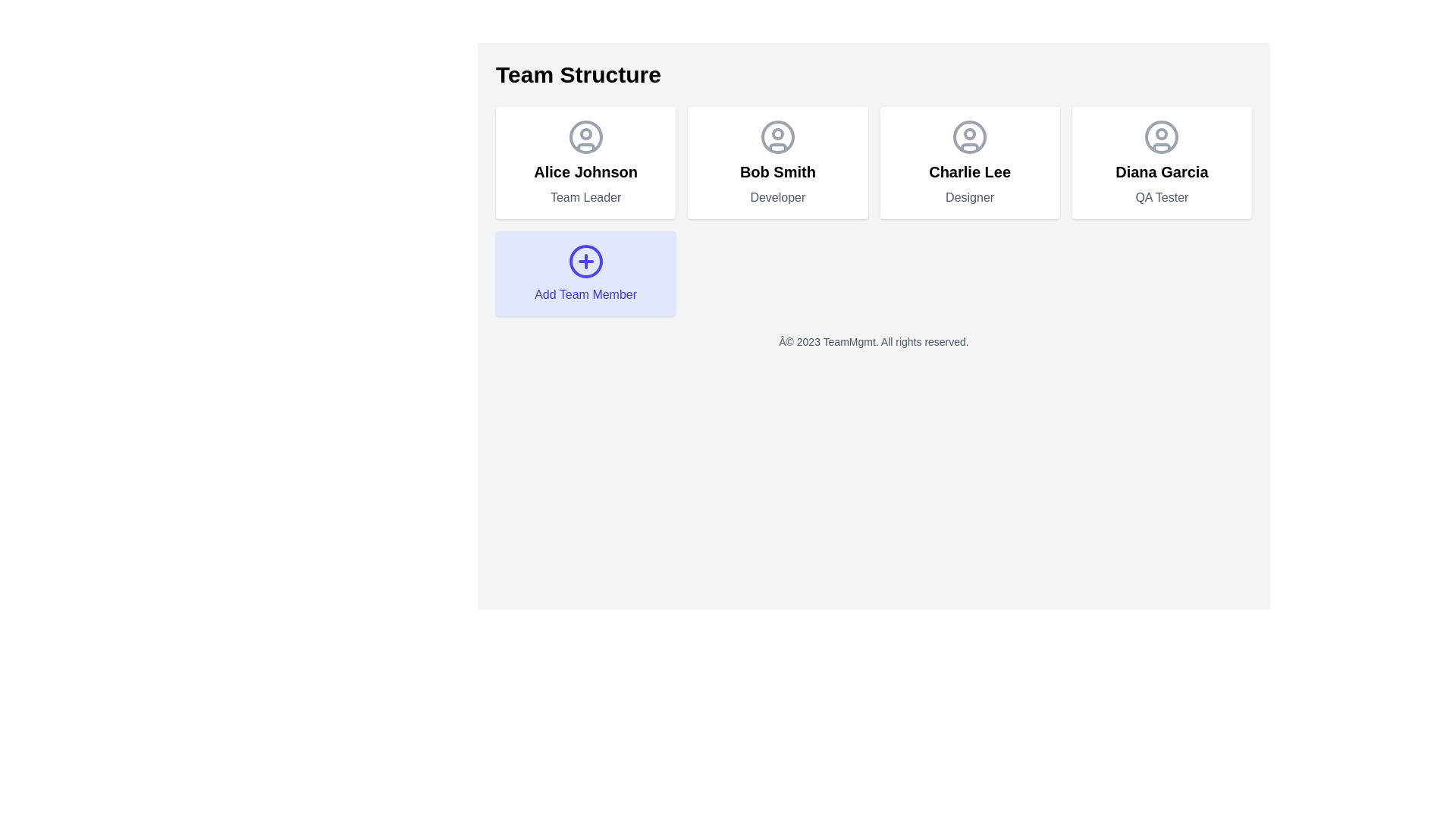  Describe the element at coordinates (969, 197) in the screenshot. I see `text label displaying 'Designer' located below 'Charlie Lee' in the third card of the 'Team Structure' panel` at that location.